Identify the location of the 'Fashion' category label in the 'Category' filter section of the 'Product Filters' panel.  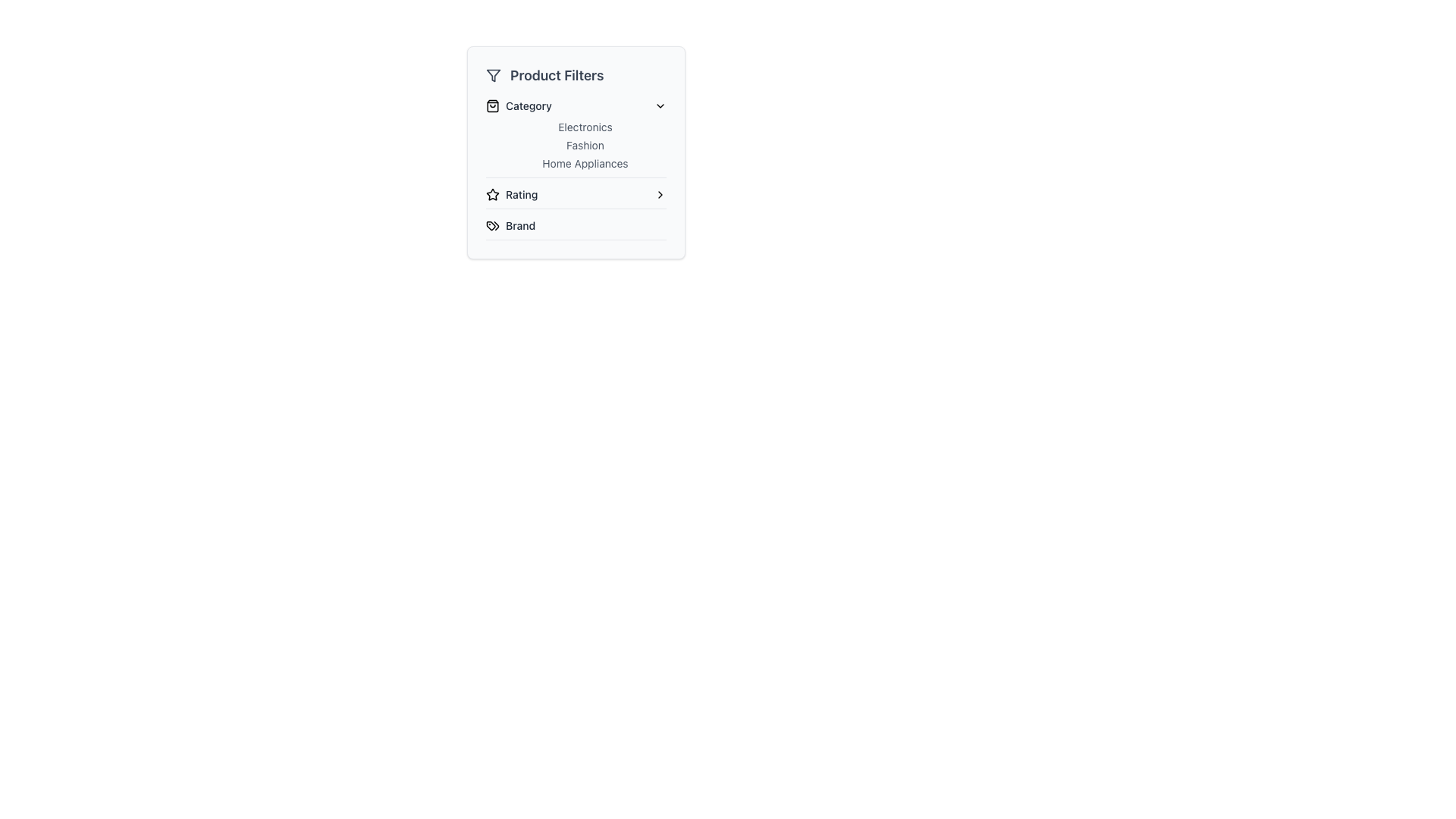
(585, 146).